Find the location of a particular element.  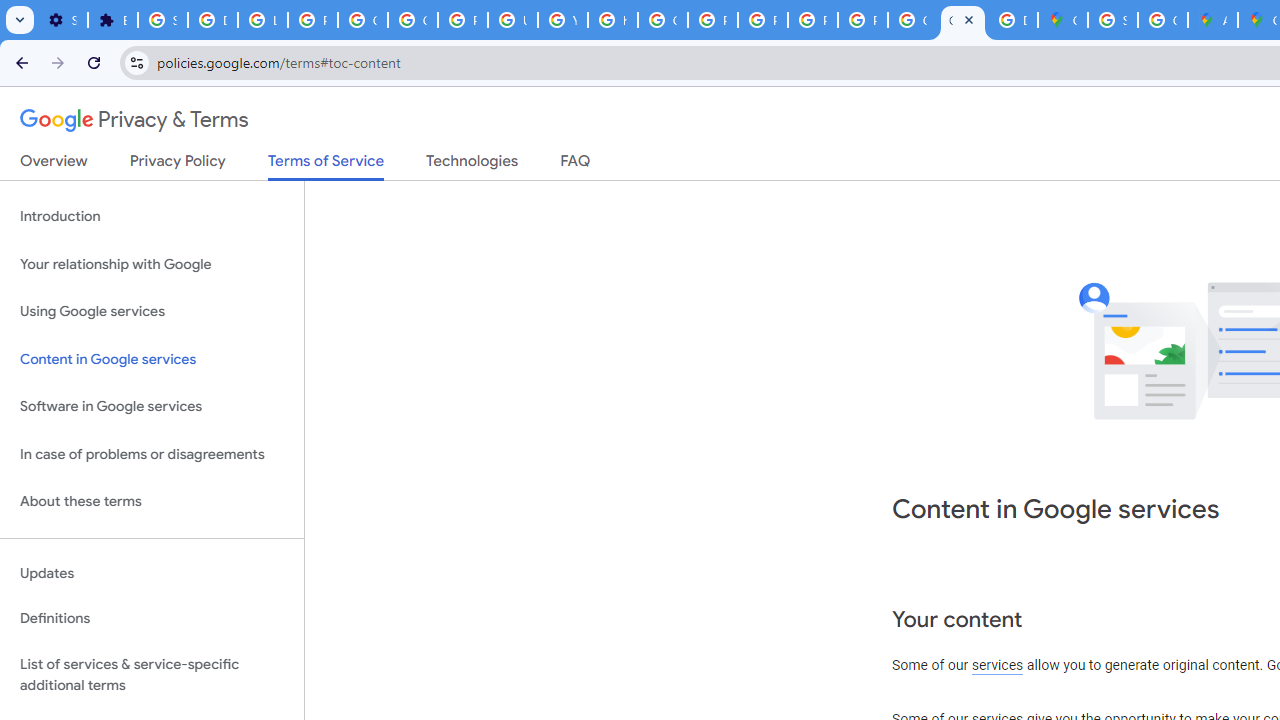

'Your relationship with Google' is located at coordinates (151, 263).